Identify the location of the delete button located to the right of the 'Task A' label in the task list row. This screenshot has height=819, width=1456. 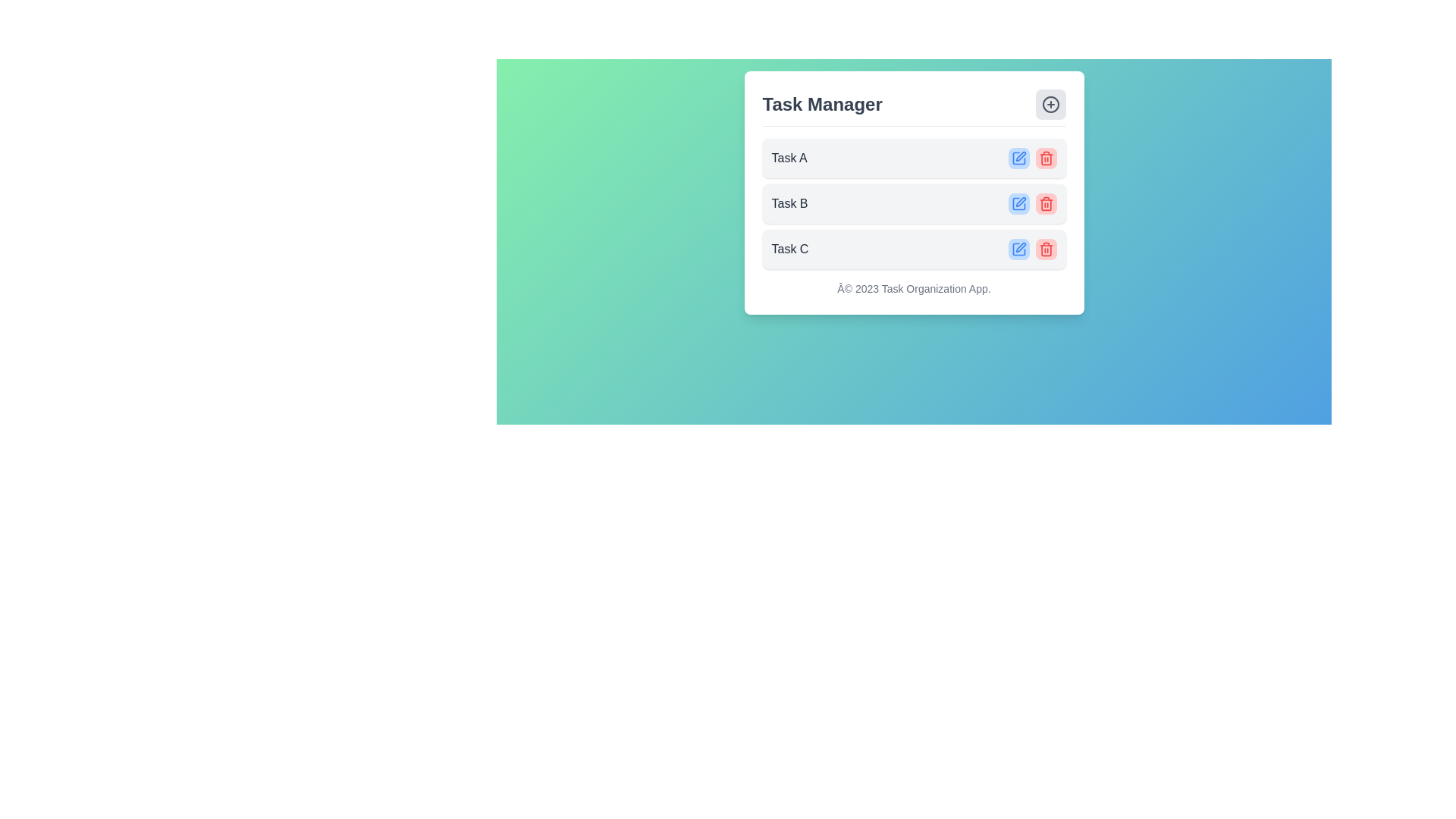
(1045, 158).